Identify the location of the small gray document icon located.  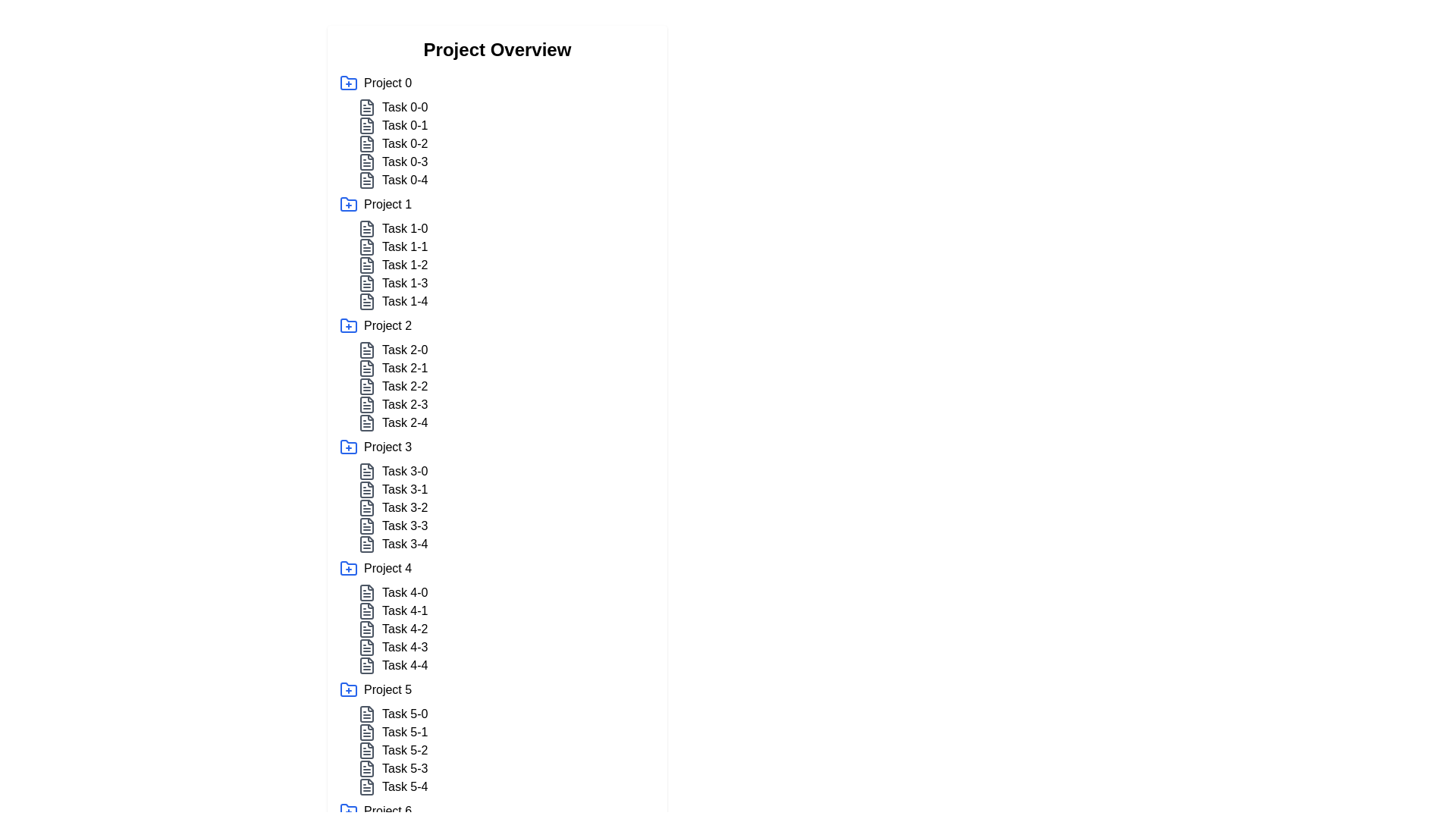
(367, 301).